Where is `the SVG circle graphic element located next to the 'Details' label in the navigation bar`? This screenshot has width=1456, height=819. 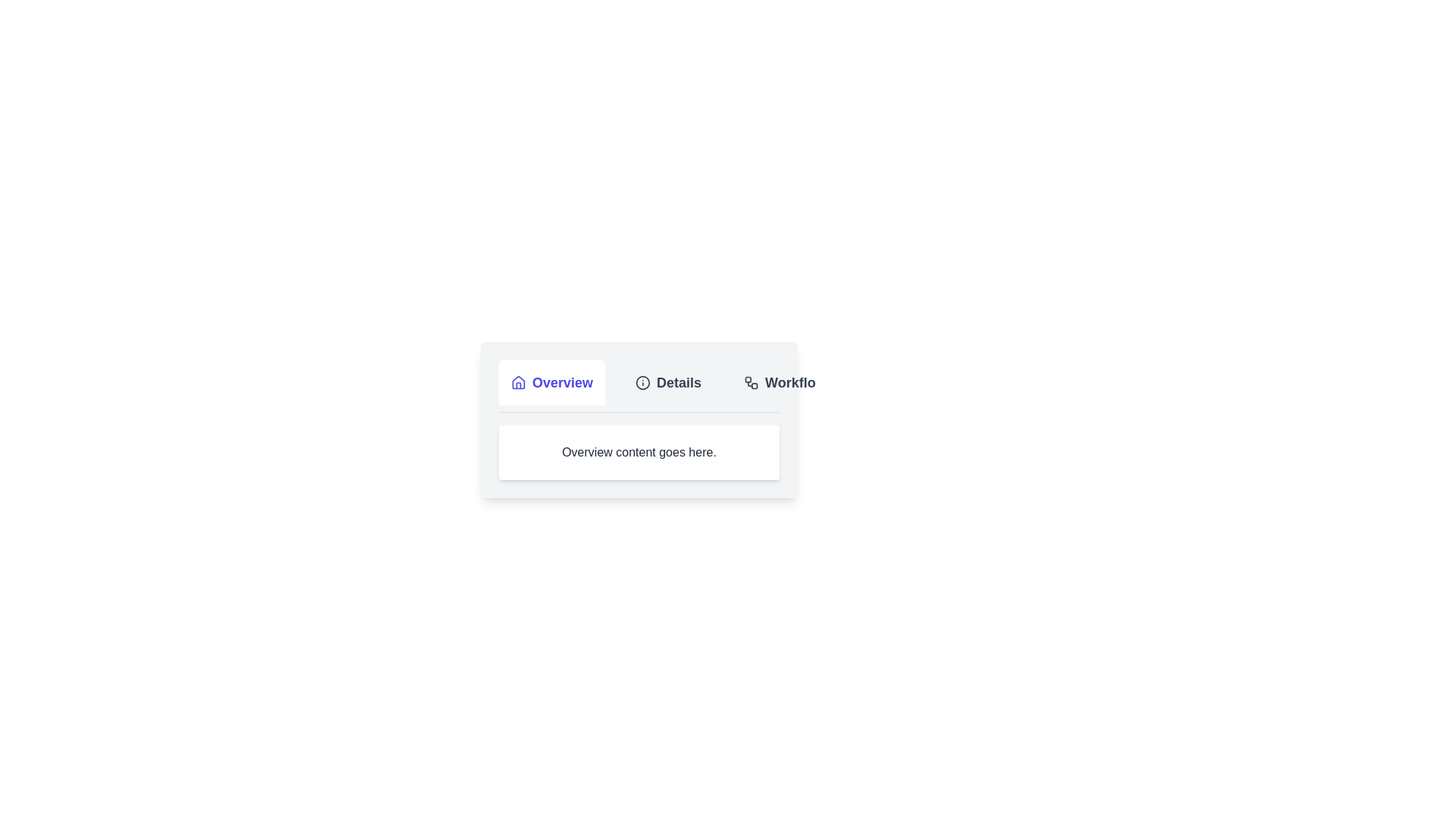 the SVG circle graphic element located next to the 'Details' label in the navigation bar is located at coordinates (643, 382).